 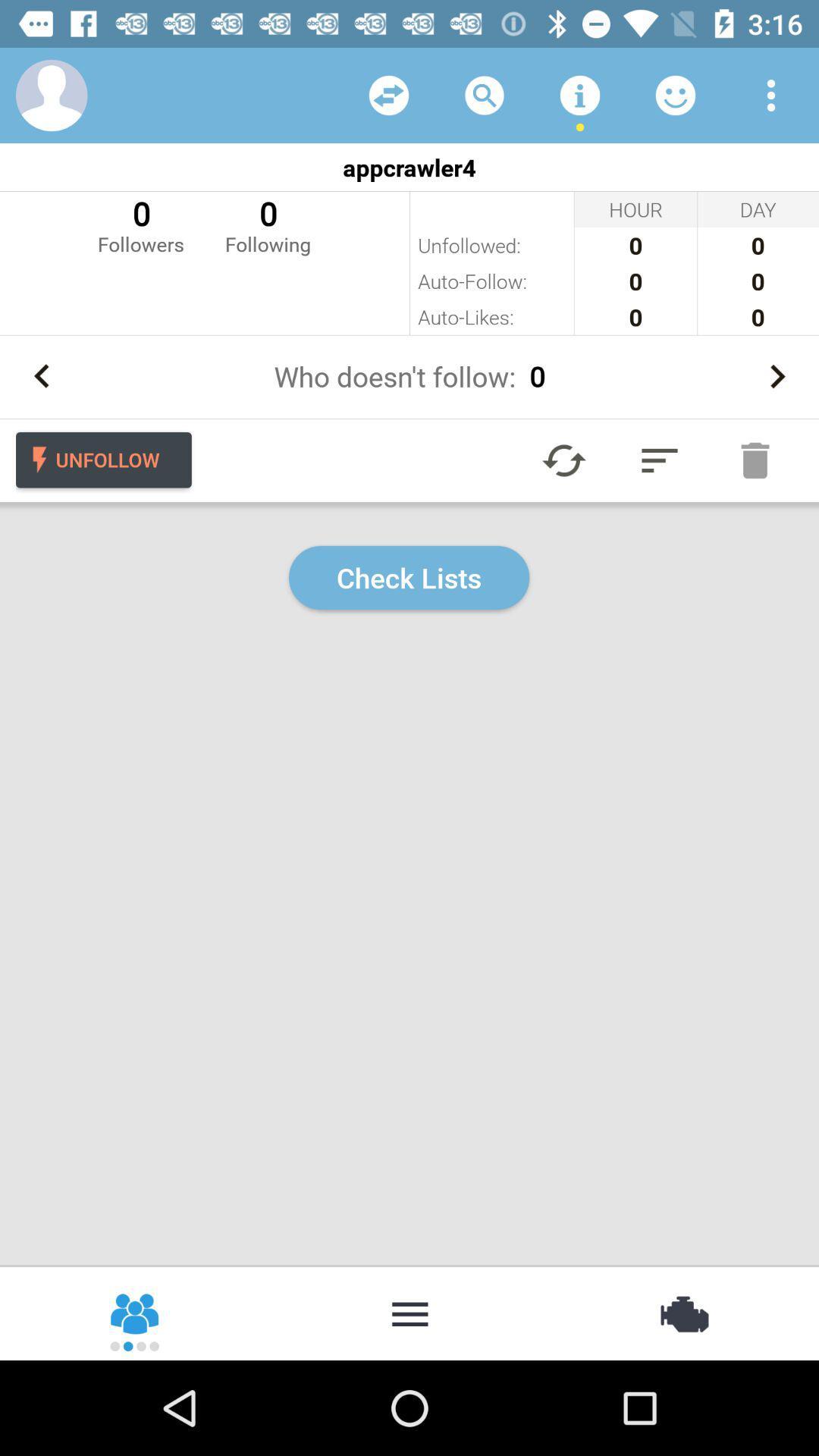 I want to click on the more icon, so click(x=409, y=1312).